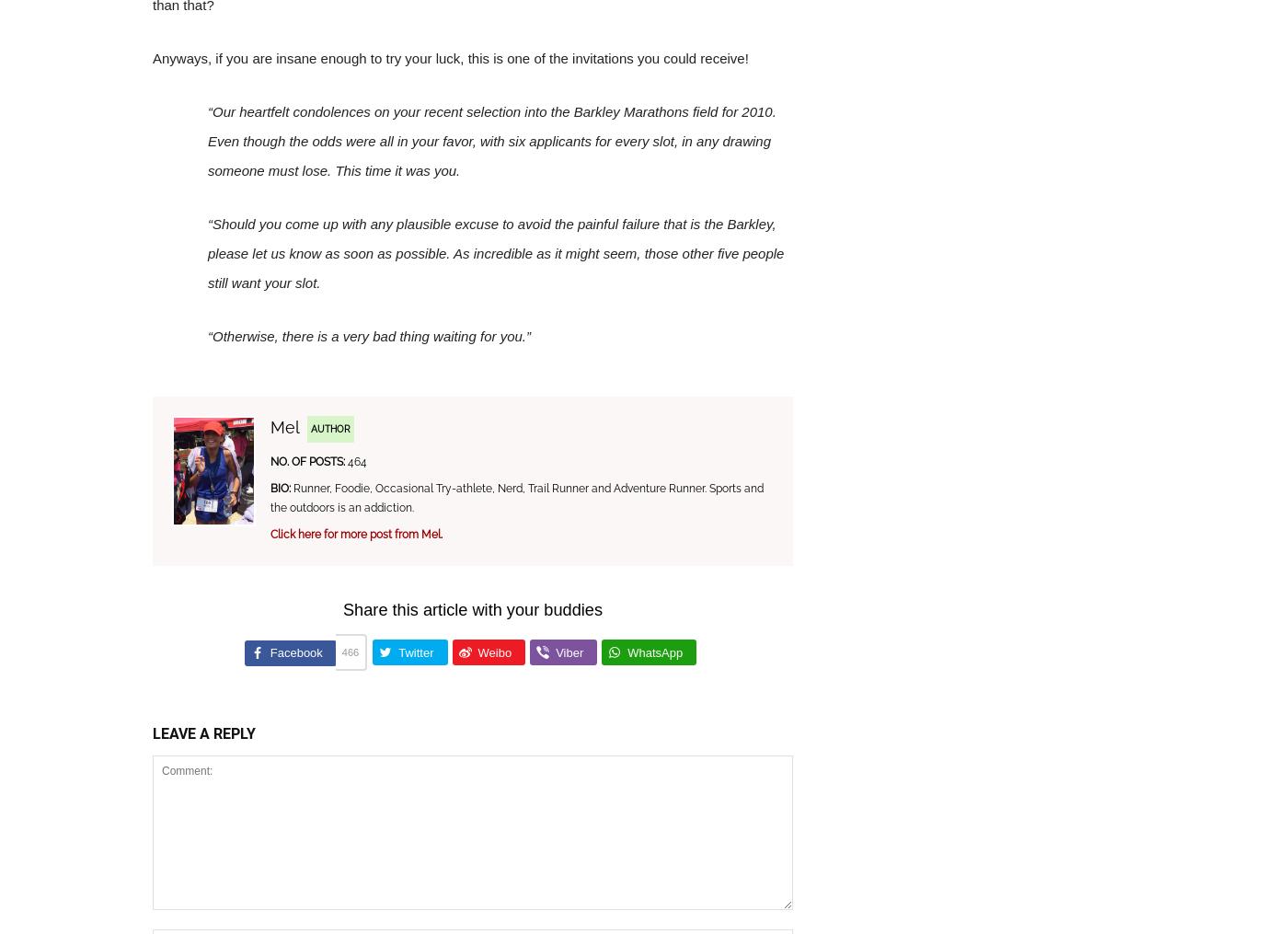 This screenshot has height=934, width=1288. What do you see at coordinates (496, 253) in the screenshot?
I see `'“Should you come up with any plausible excuse to avoid the painful failure that is the Barkley, please let us know as soon as possible. As incredible as it might seem, those other five people still want your slot.'` at bounding box center [496, 253].